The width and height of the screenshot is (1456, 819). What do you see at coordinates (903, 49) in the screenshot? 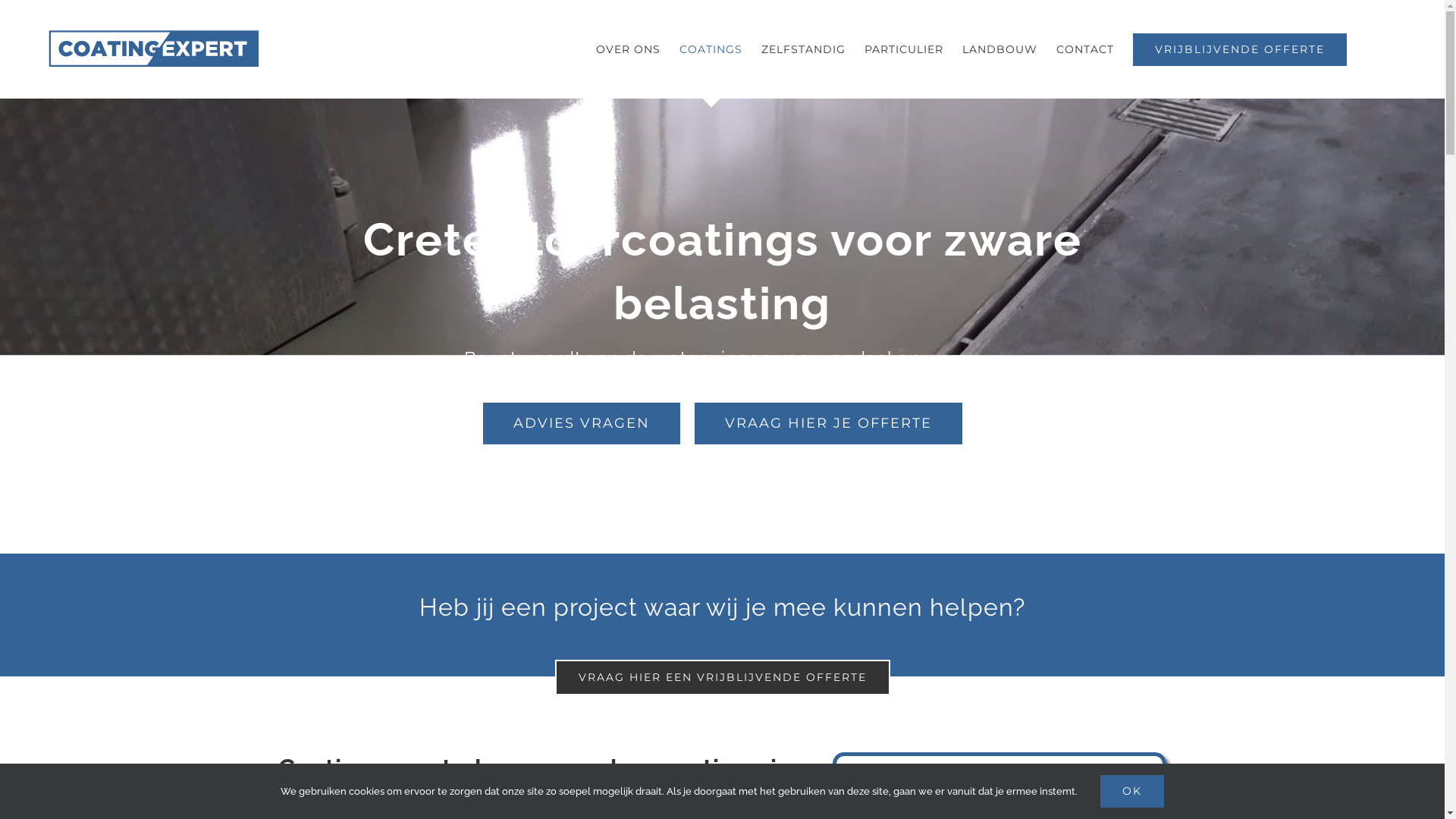
I see `'PARTICULIER'` at bounding box center [903, 49].